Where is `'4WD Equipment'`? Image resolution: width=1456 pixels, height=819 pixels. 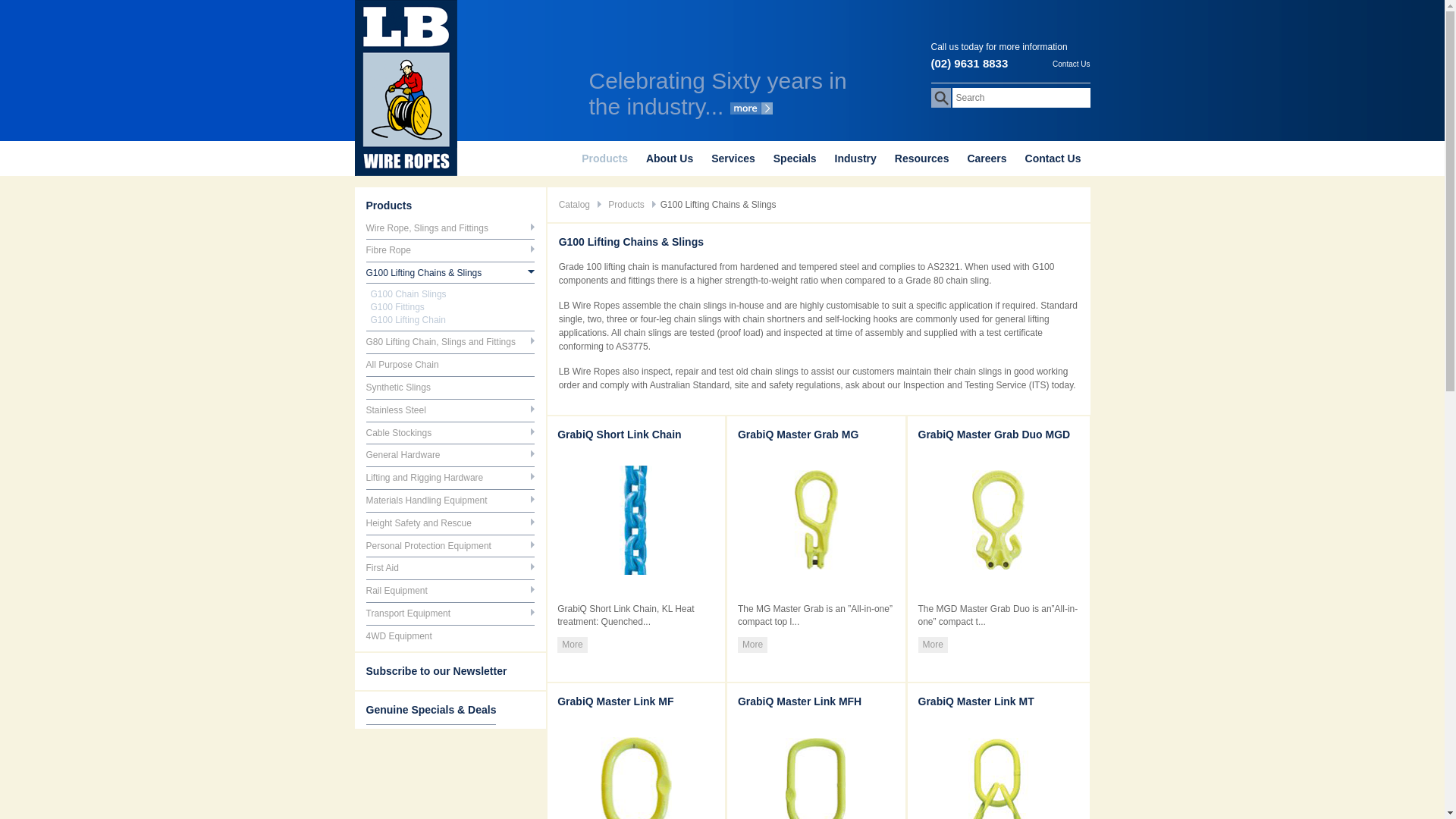 '4WD Equipment' is located at coordinates (398, 636).